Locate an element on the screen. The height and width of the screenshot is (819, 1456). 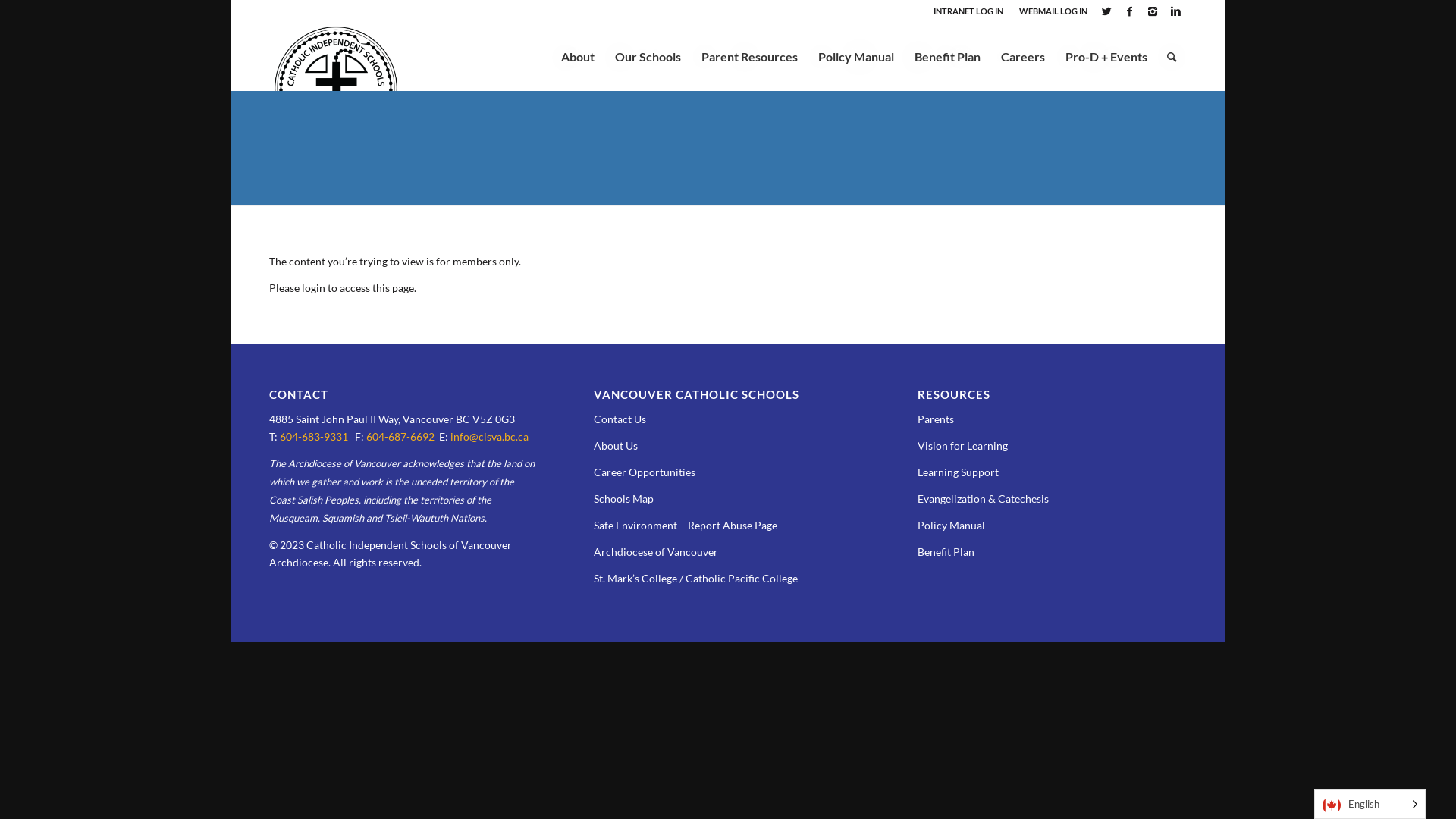
'Home' is located at coordinates (282, 91).